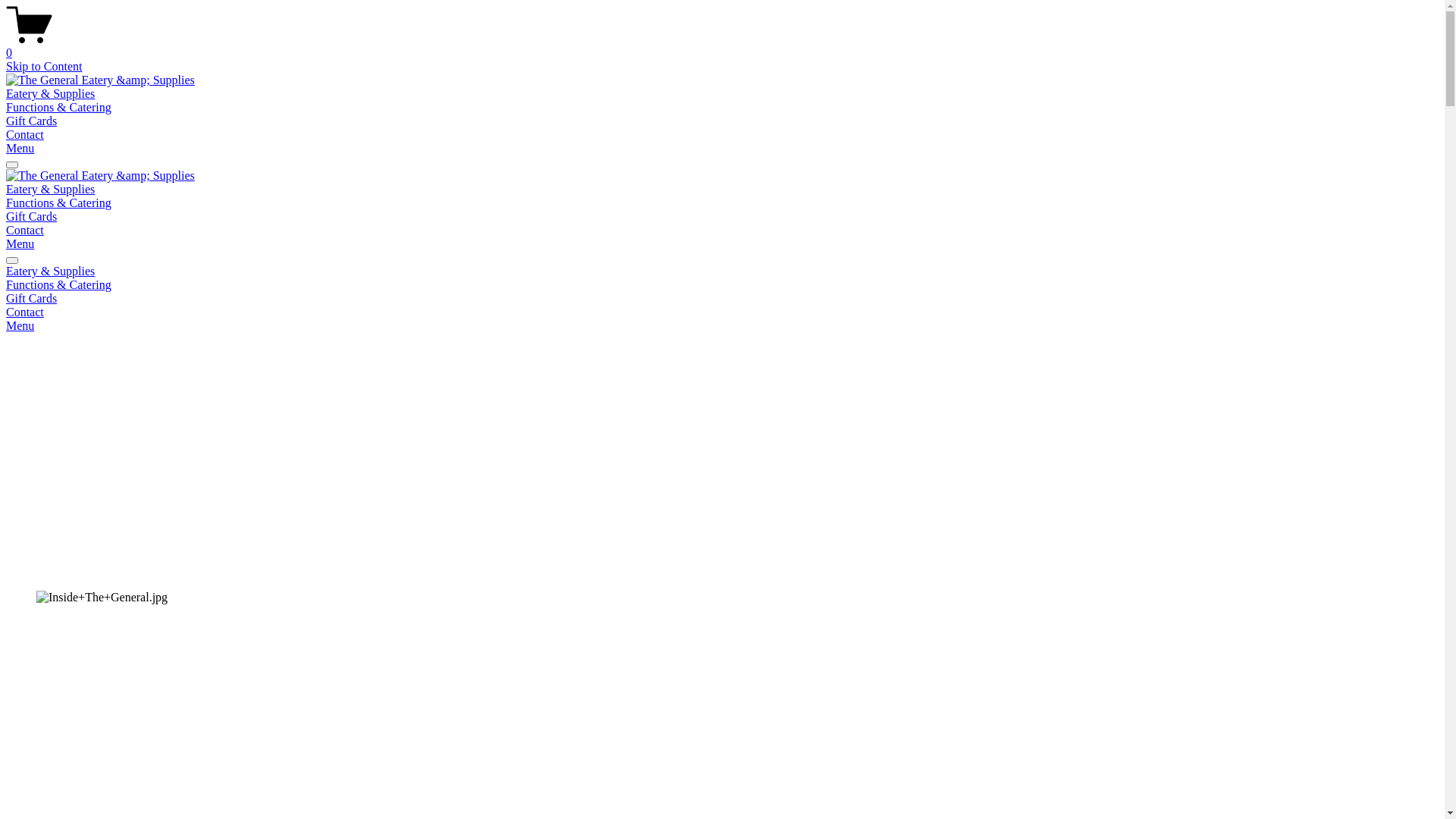 Image resolution: width=1456 pixels, height=819 pixels. What do you see at coordinates (6, 188) in the screenshot?
I see `'Eatery & Supplies'` at bounding box center [6, 188].